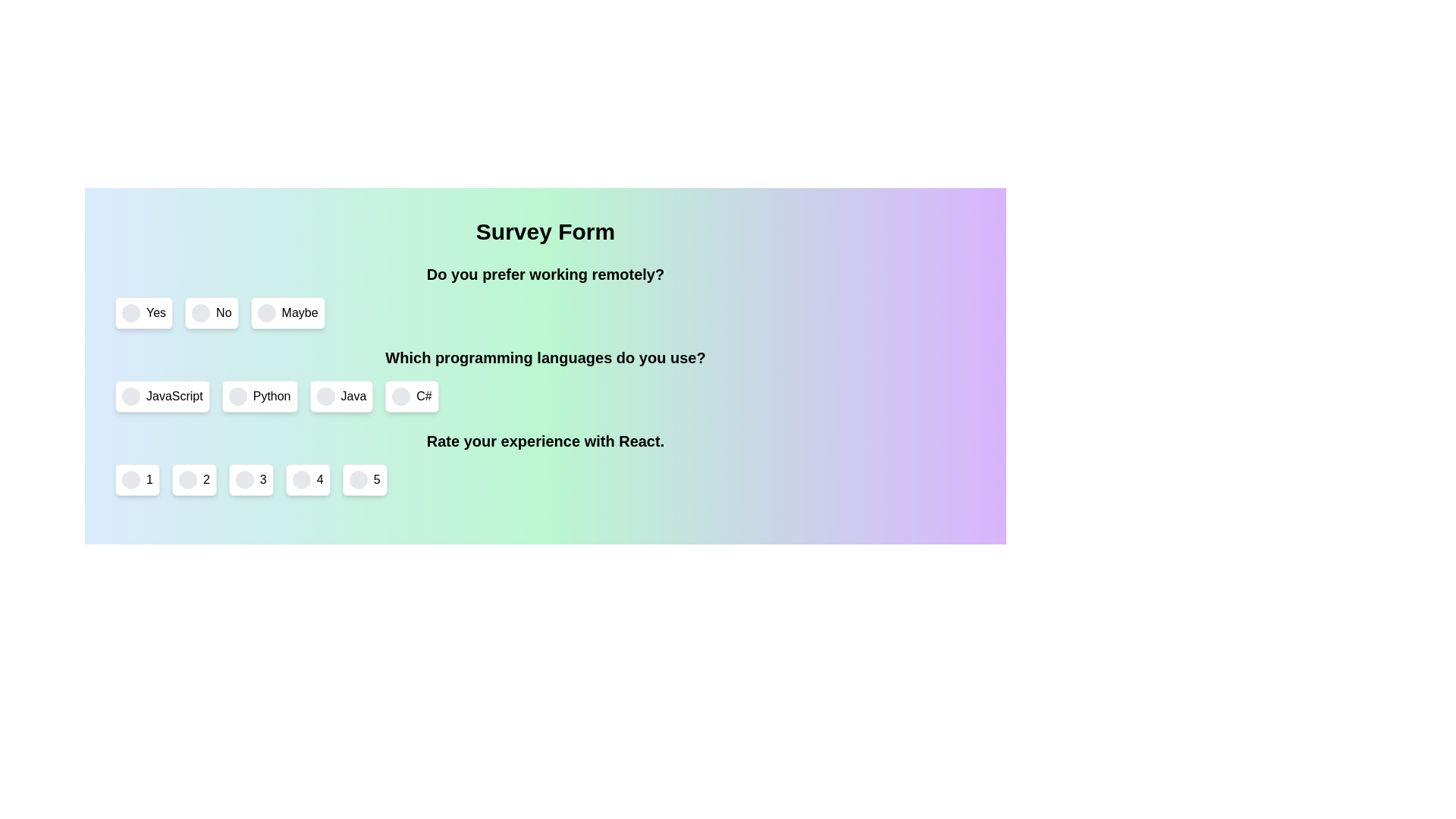  I want to click on the header text 'Which programming languages do you use?' which is styled with a large font and bold weight, positioned between a question about working remotely and a list of programming languages, so click(545, 357).